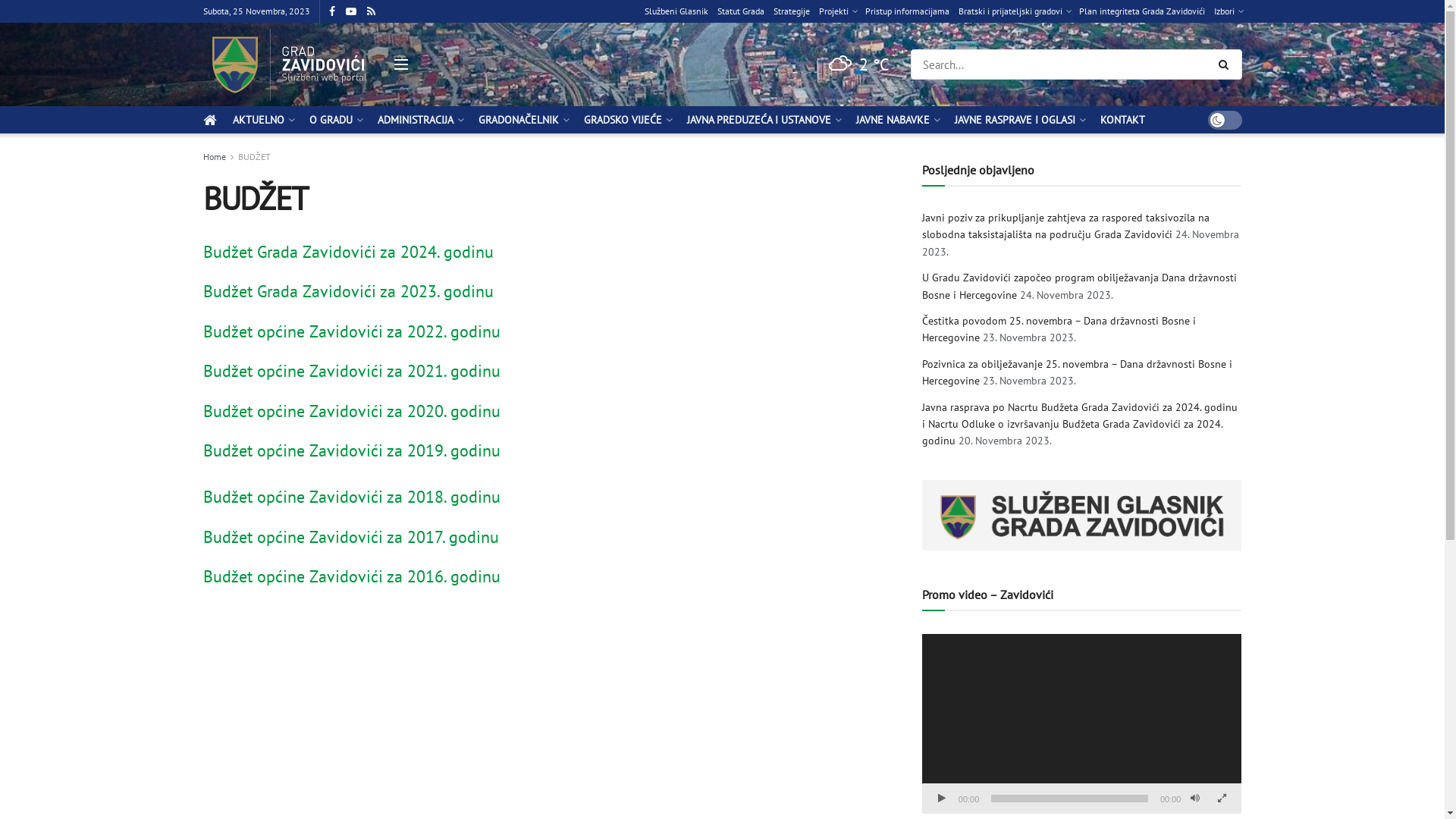 The height and width of the screenshot is (819, 1456). What do you see at coordinates (836, 11) in the screenshot?
I see `'Projekti'` at bounding box center [836, 11].